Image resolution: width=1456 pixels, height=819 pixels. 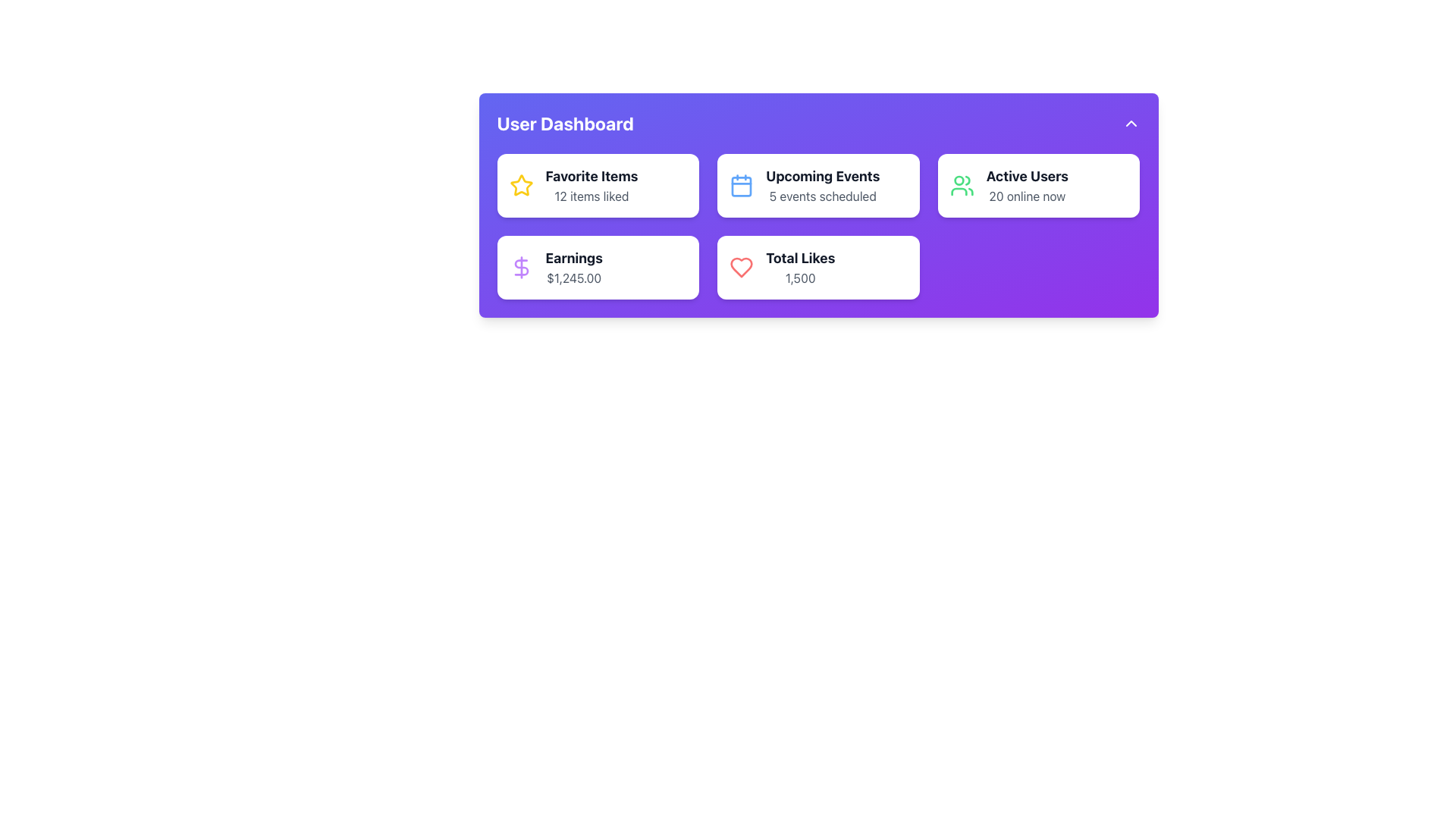 What do you see at coordinates (591, 175) in the screenshot?
I see `the 'Favorite Items' text label, which is styled in bold and large font and serves as a heading in the top-left corner of the User Dashboard` at bounding box center [591, 175].